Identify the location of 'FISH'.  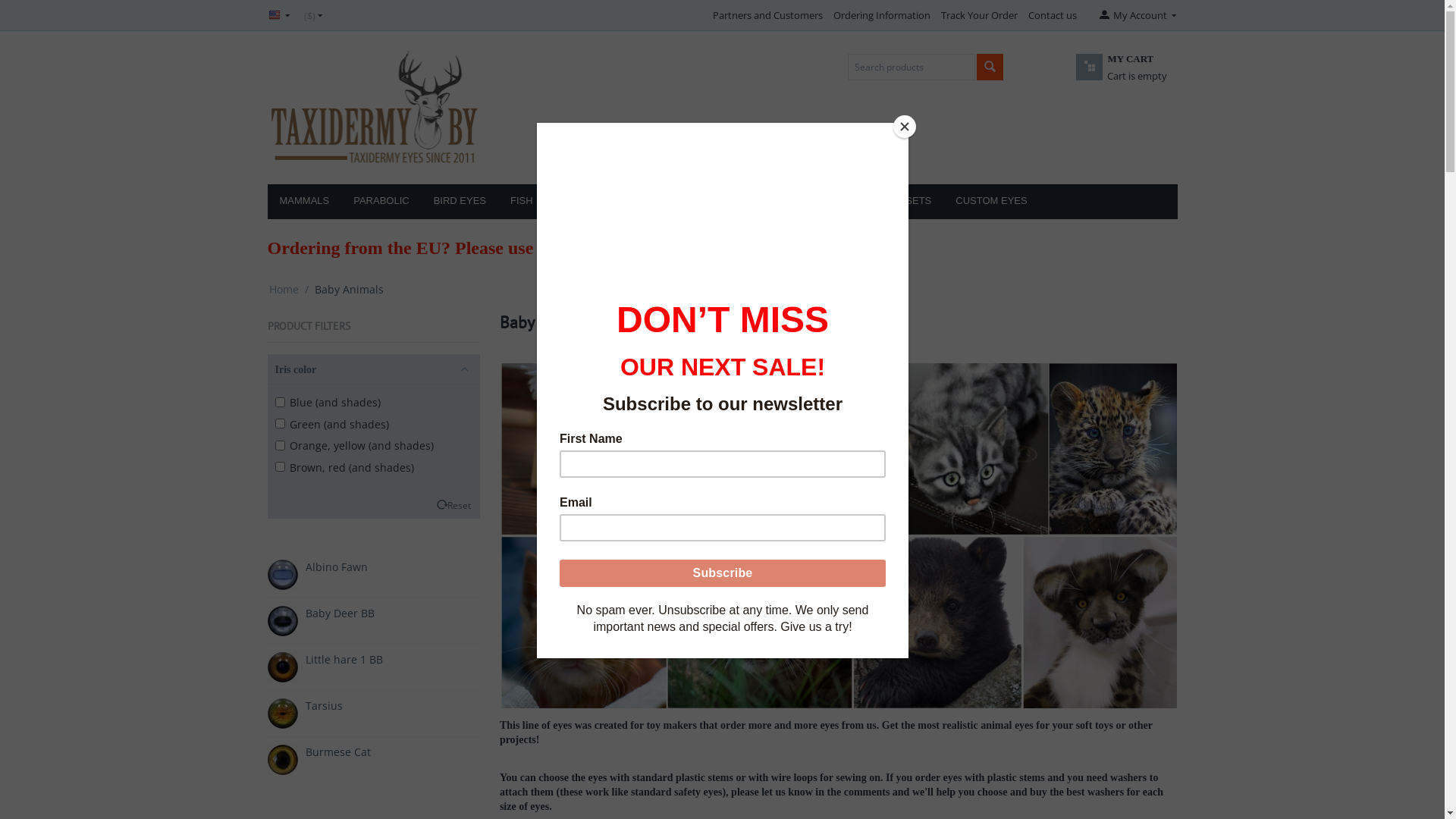
(498, 201).